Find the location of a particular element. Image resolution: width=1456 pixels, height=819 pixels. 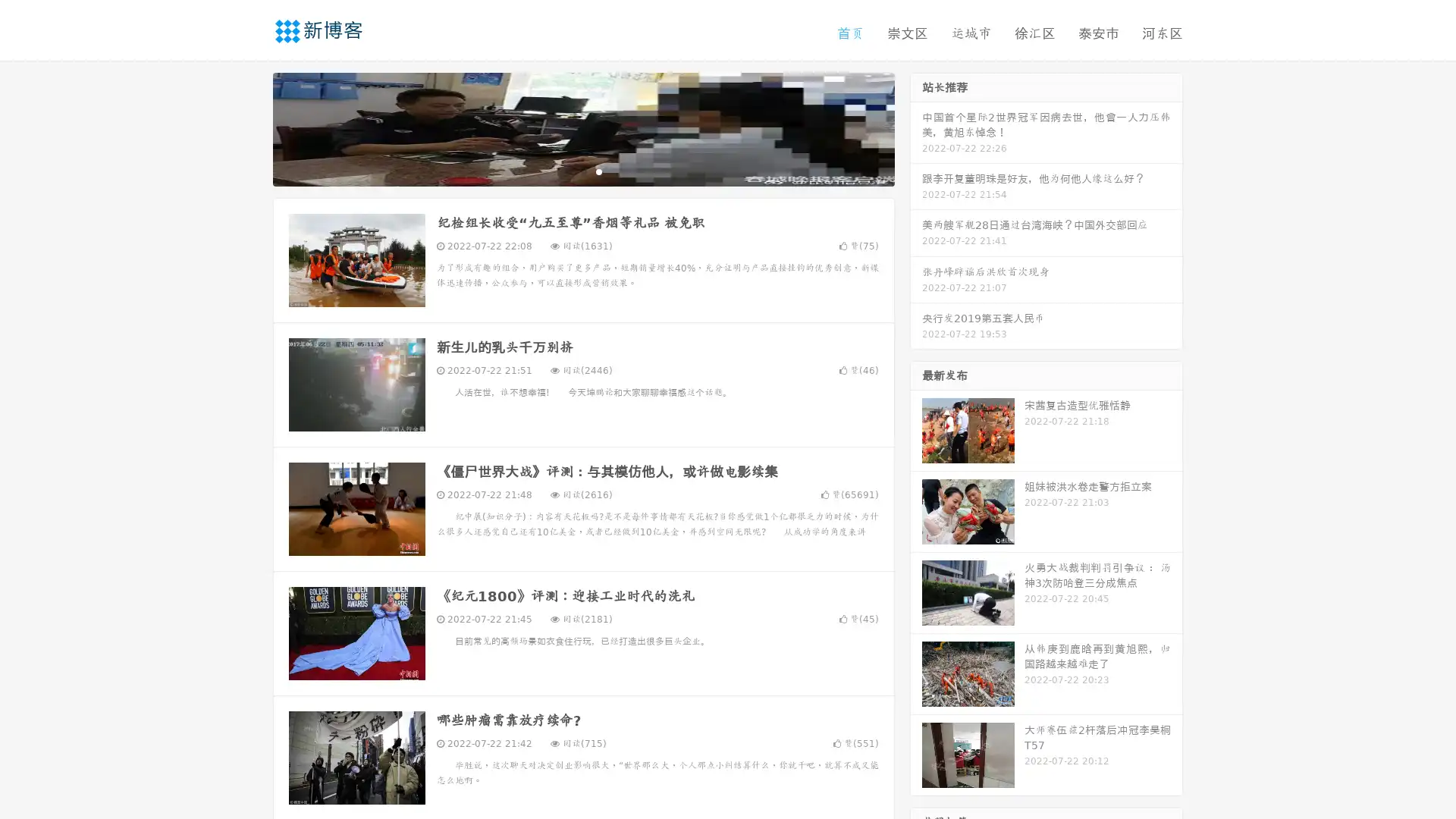

Next slide is located at coordinates (916, 127).